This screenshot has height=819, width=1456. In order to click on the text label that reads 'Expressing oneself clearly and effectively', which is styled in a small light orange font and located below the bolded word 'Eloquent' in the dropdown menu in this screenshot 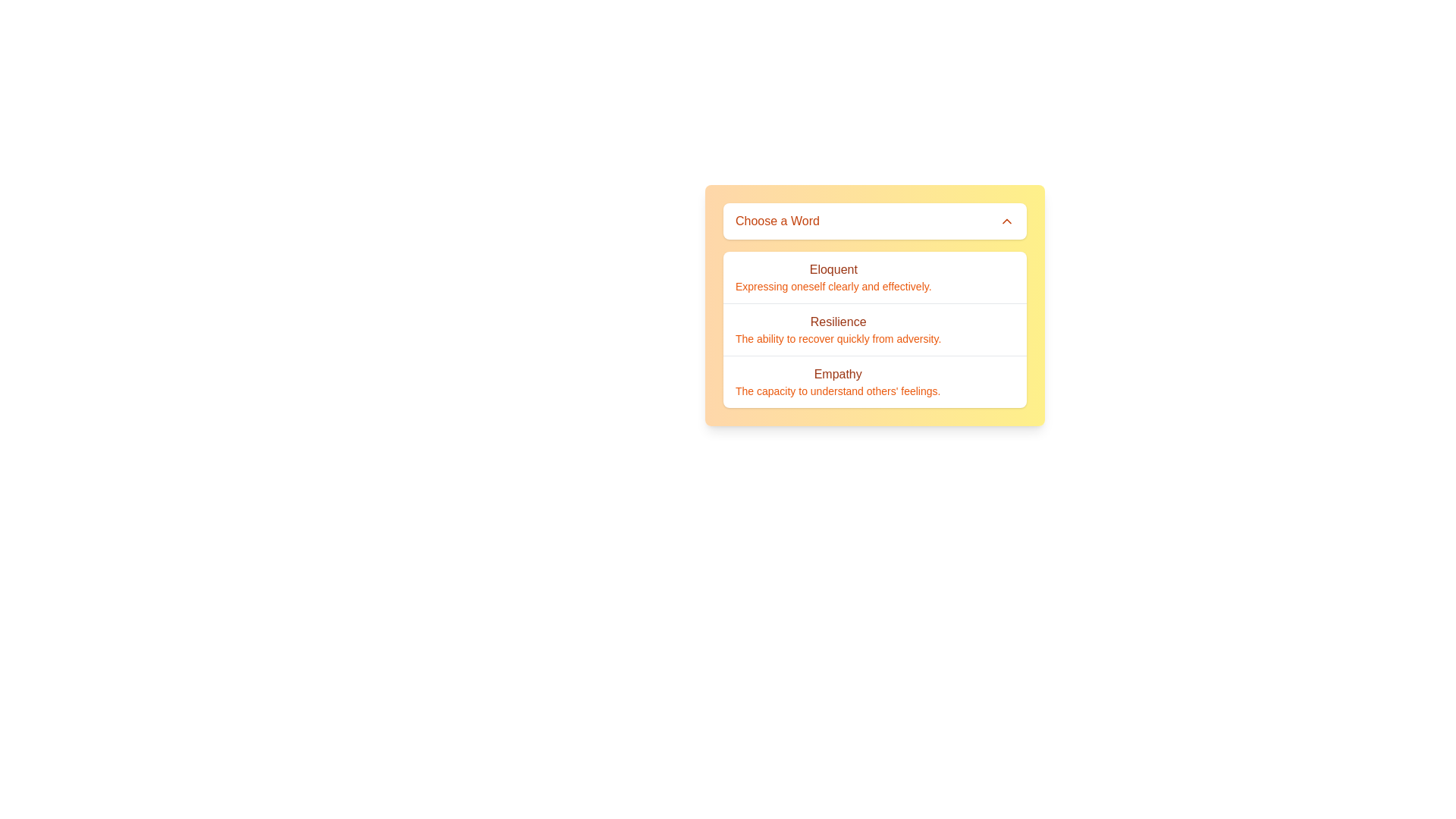, I will do `click(833, 287)`.